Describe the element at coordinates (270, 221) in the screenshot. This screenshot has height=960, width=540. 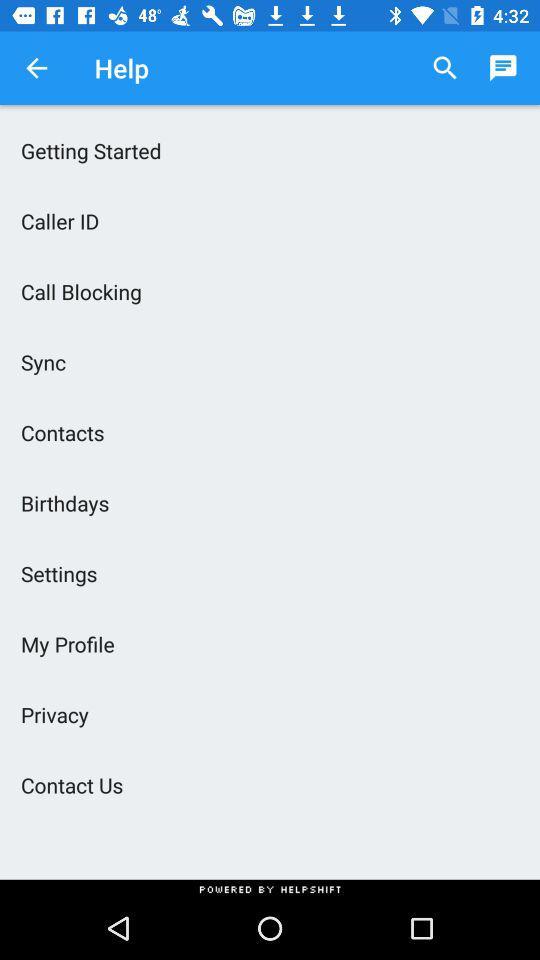
I see `caller id icon` at that location.